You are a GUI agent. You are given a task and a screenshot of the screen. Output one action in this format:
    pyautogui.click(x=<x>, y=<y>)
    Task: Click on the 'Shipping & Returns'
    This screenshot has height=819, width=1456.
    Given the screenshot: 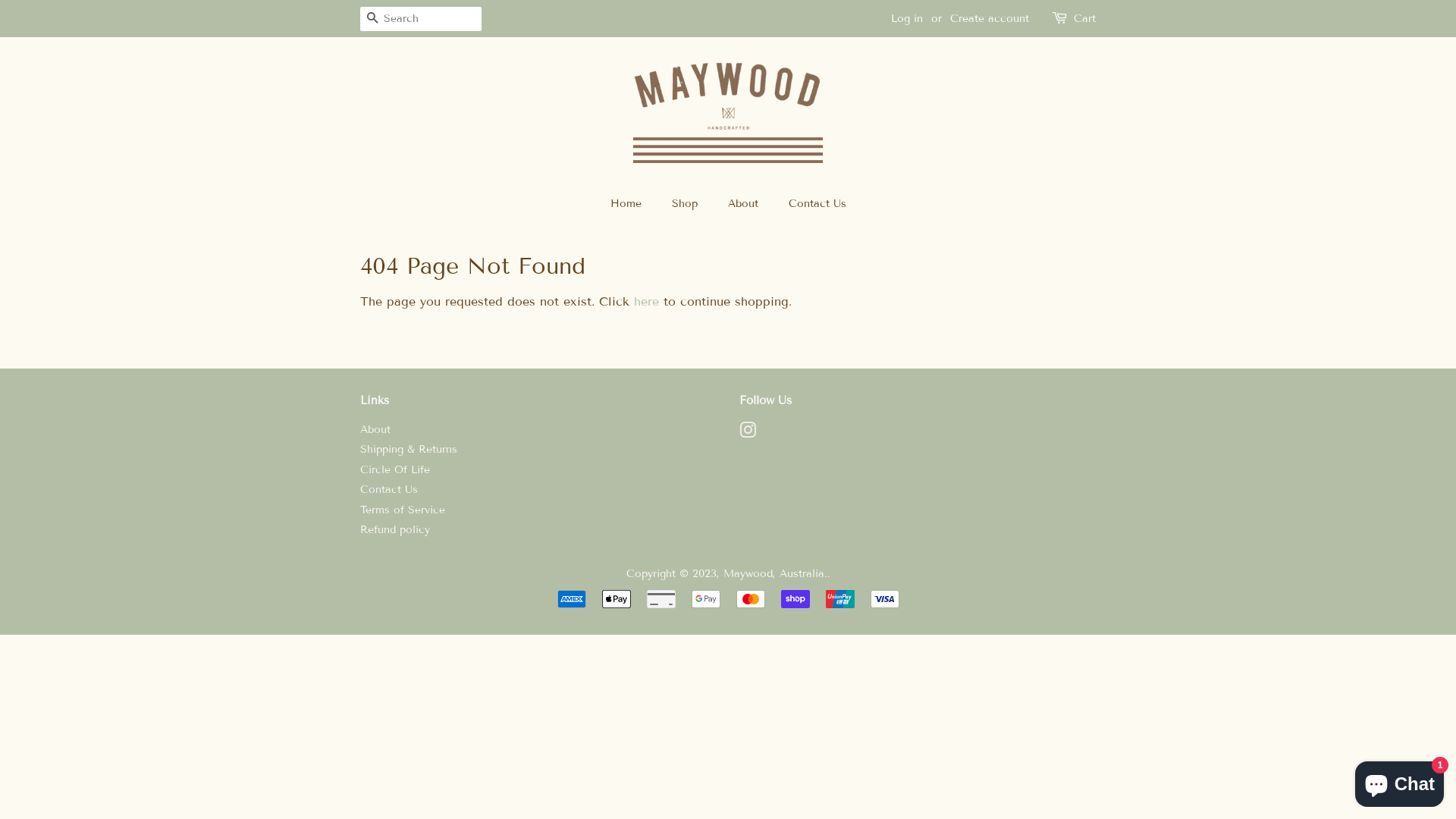 What is the action you would take?
    pyautogui.click(x=408, y=448)
    